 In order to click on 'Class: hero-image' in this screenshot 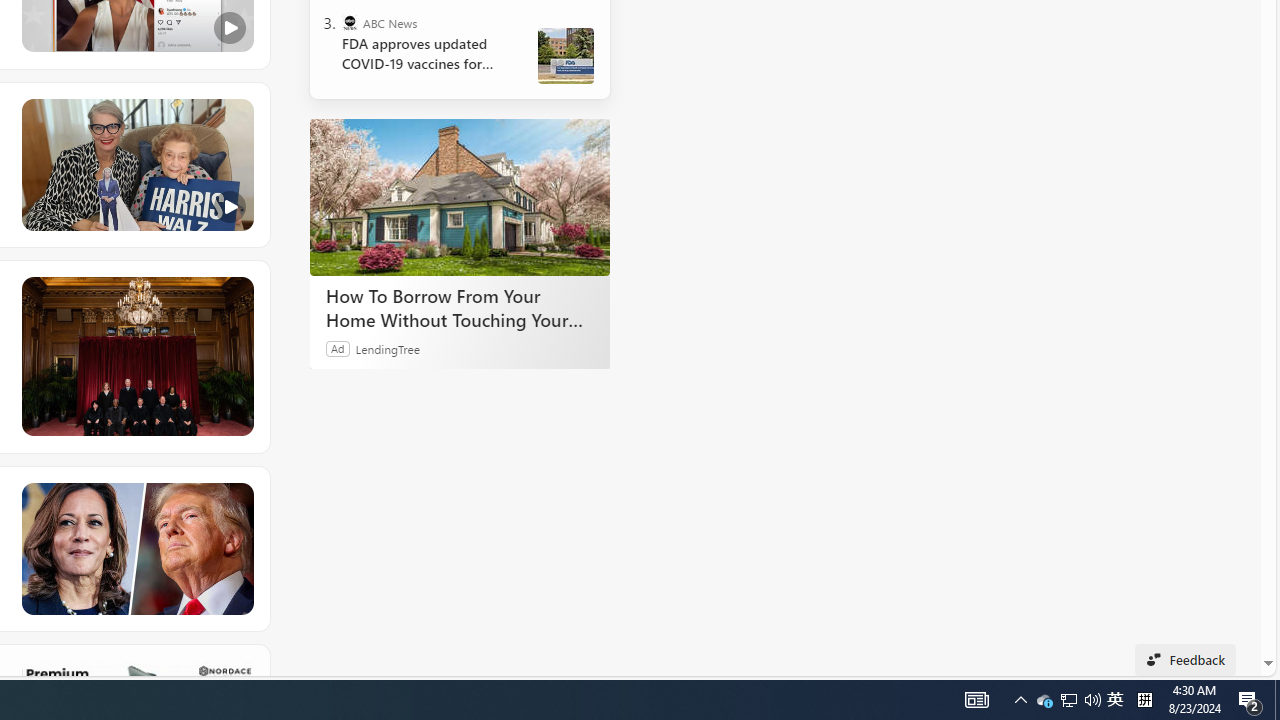, I will do `click(135, 164)`.